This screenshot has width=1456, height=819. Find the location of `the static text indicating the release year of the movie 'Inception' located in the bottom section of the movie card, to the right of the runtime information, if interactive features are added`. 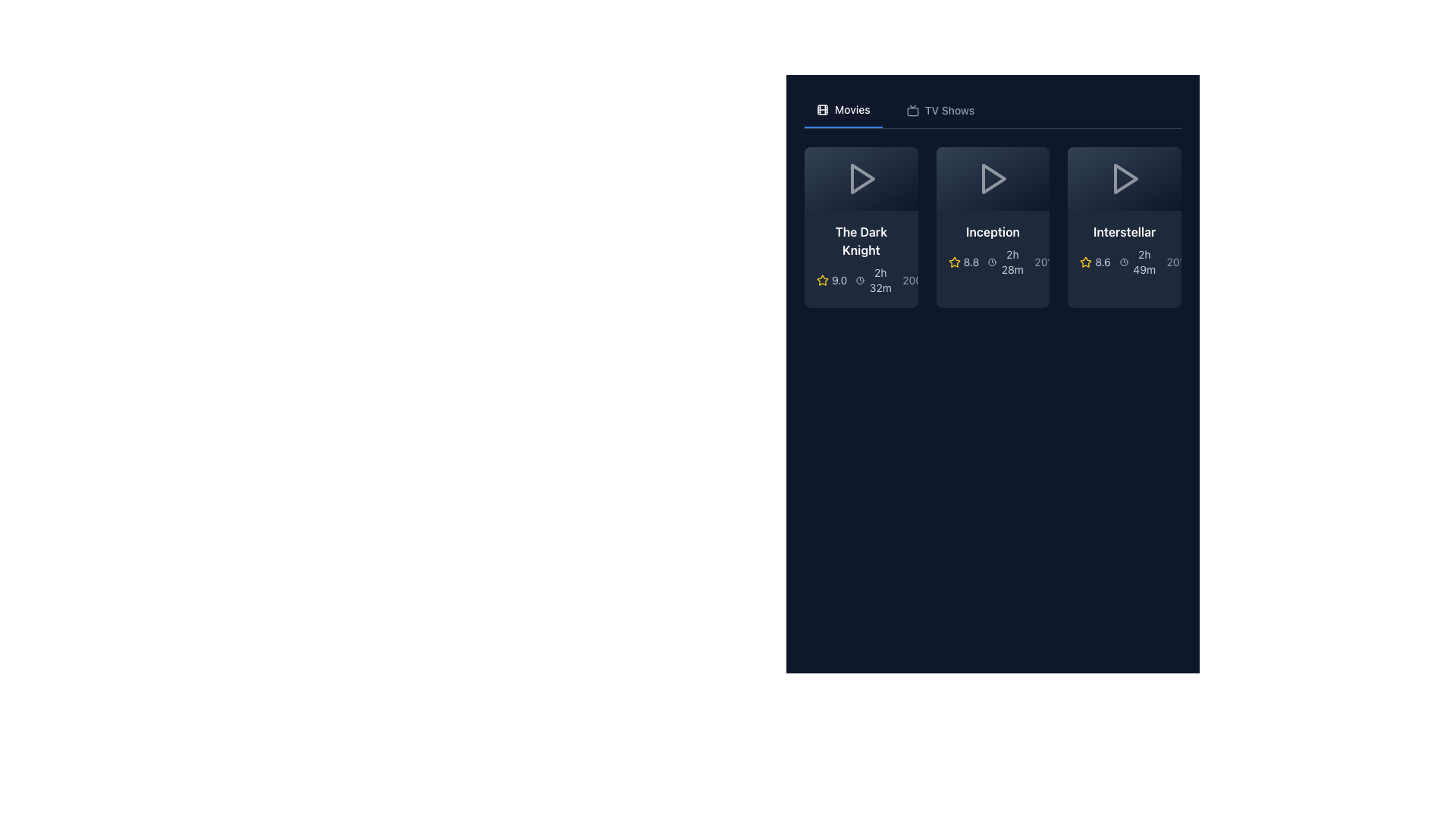

the static text indicating the release year of the movie 'Inception' located in the bottom section of the movie card, to the right of the runtime information, if interactive features are added is located at coordinates (1046, 262).